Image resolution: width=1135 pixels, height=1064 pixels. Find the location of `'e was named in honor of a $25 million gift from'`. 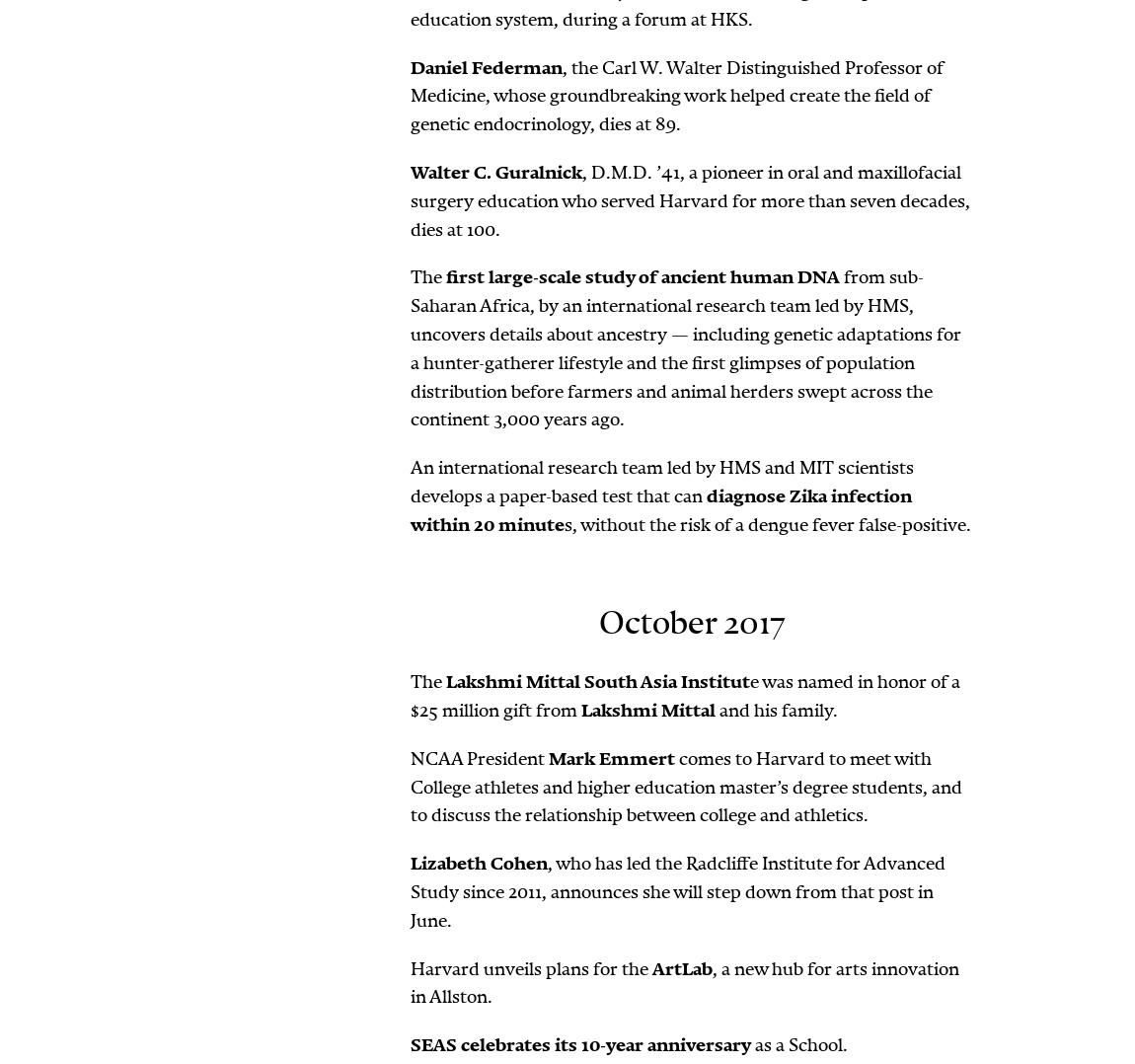

'e was named in honor of a $25 million gift from' is located at coordinates (684, 695).